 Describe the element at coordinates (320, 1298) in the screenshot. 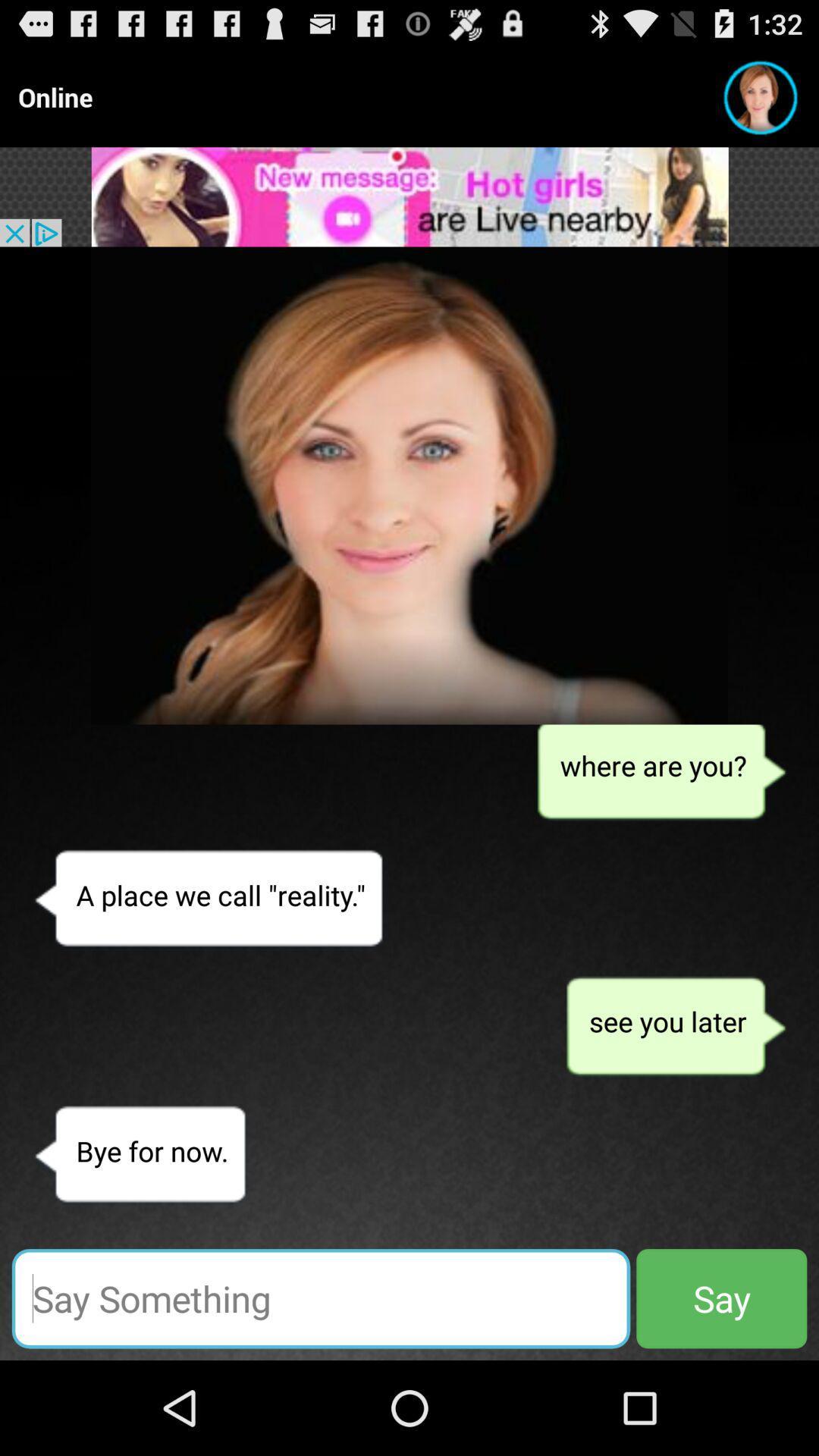

I see `chating` at that location.